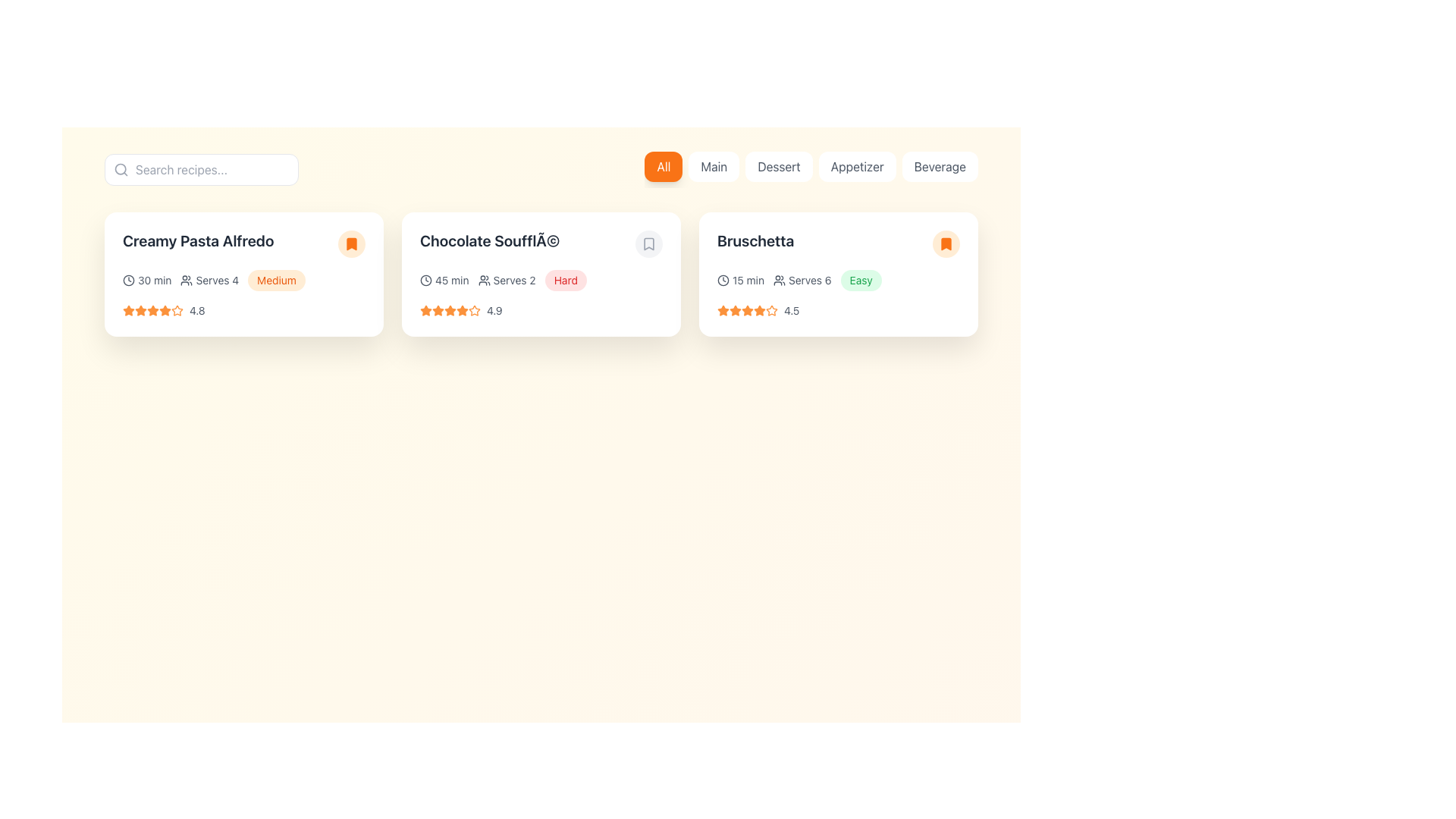 Image resolution: width=1456 pixels, height=819 pixels. I want to click on the fifth star icon in the rating section of the 'Chocolate Soufflé' card to rate the item, so click(450, 309).